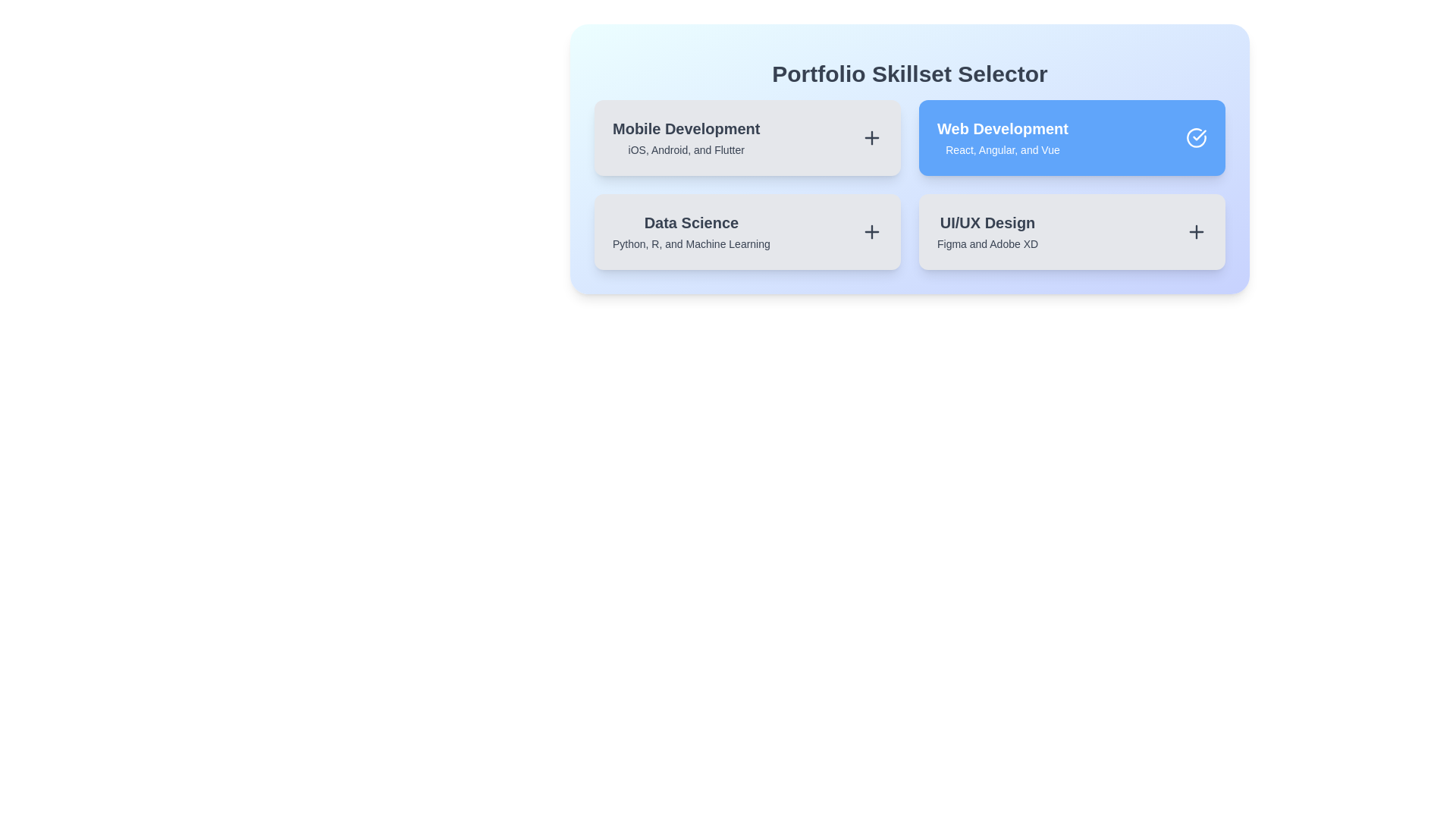 This screenshot has height=819, width=1456. I want to click on the chip labeled UI/UX Design, so click(1072, 231).